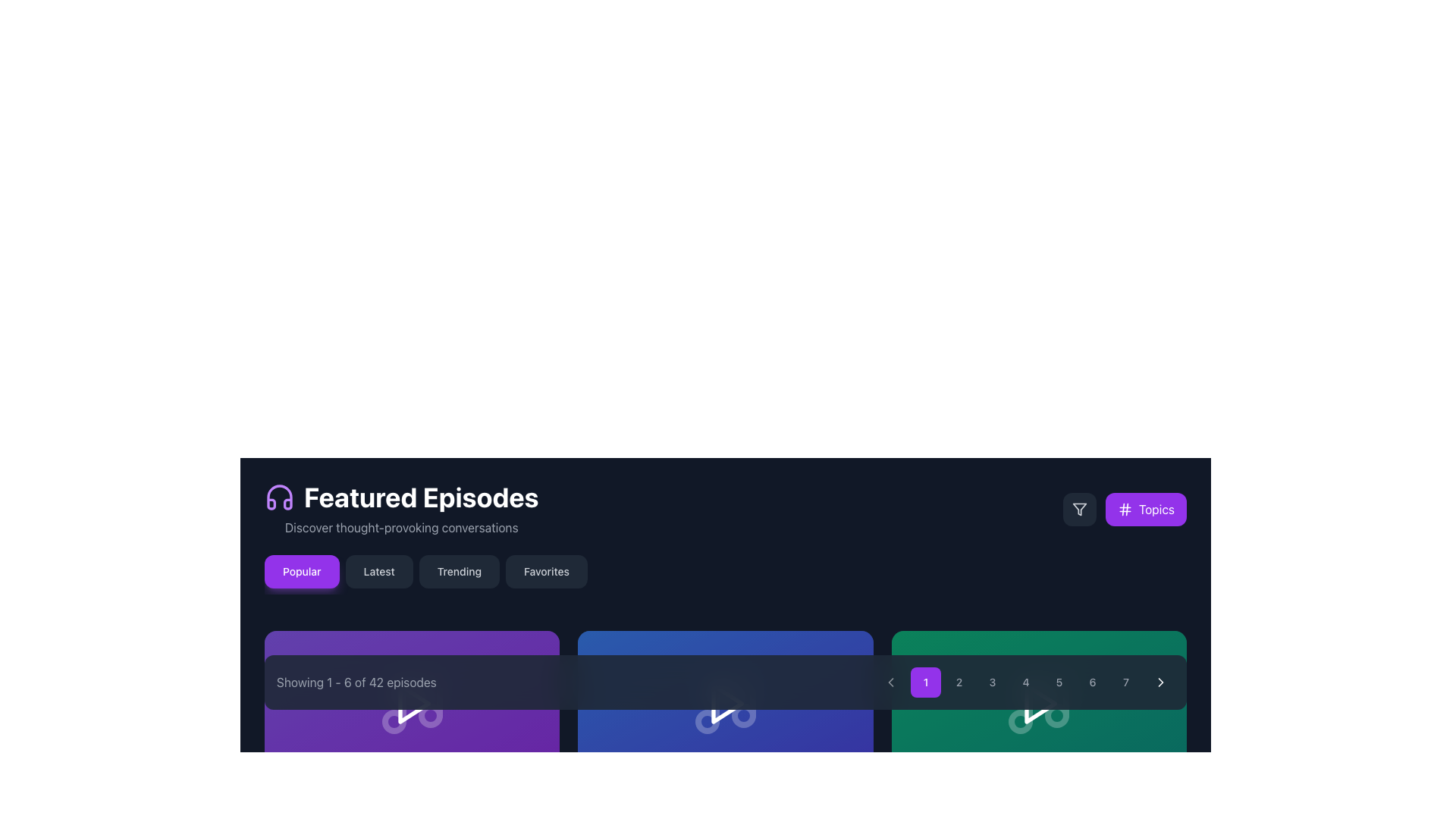 The height and width of the screenshot is (819, 1456). What do you see at coordinates (1026, 681) in the screenshot?
I see `the fourth pagination button located between buttons '3' and '5'` at bounding box center [1026, 681].